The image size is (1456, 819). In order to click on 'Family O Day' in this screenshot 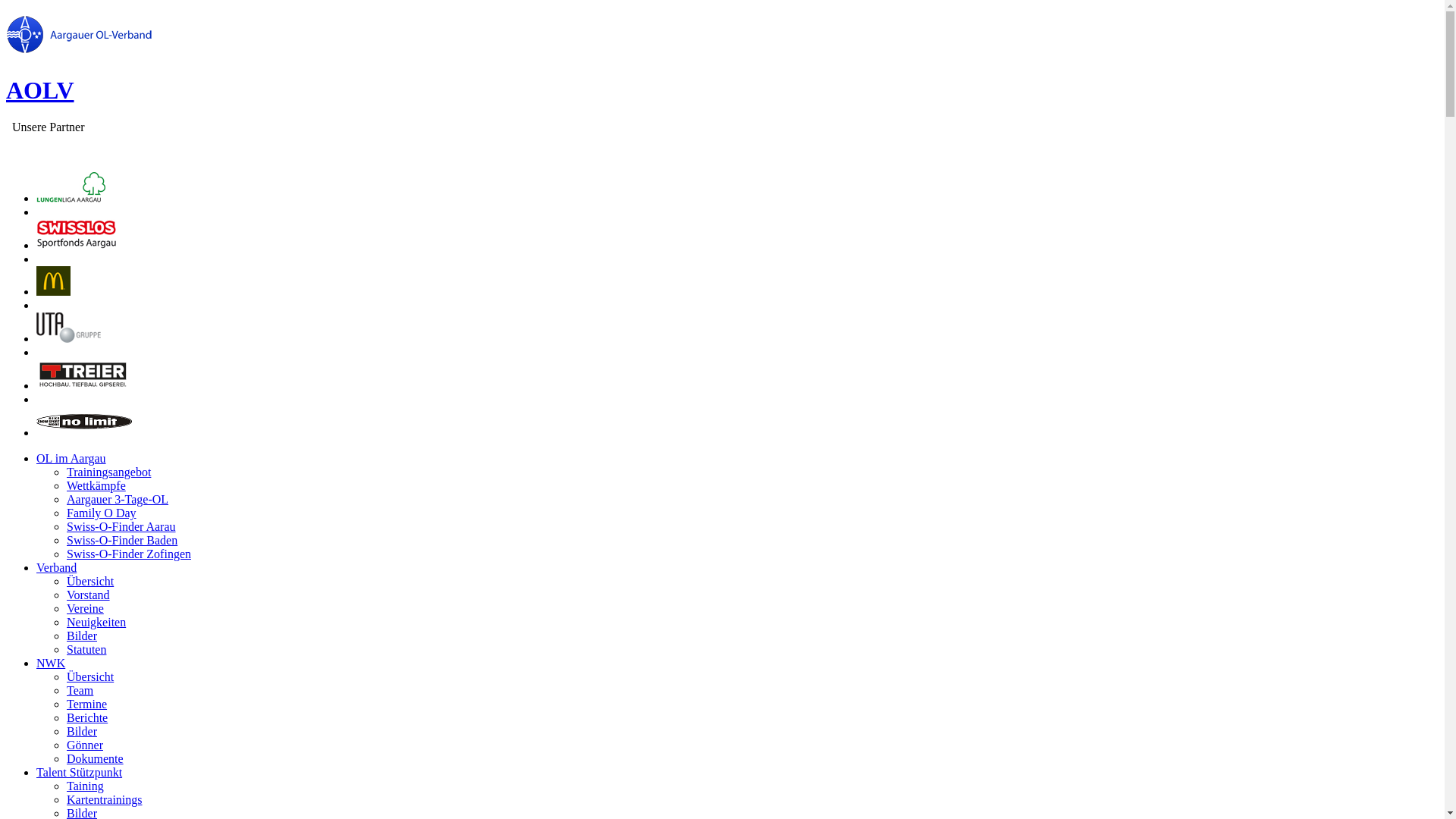, I will do `click(101, 512)`.